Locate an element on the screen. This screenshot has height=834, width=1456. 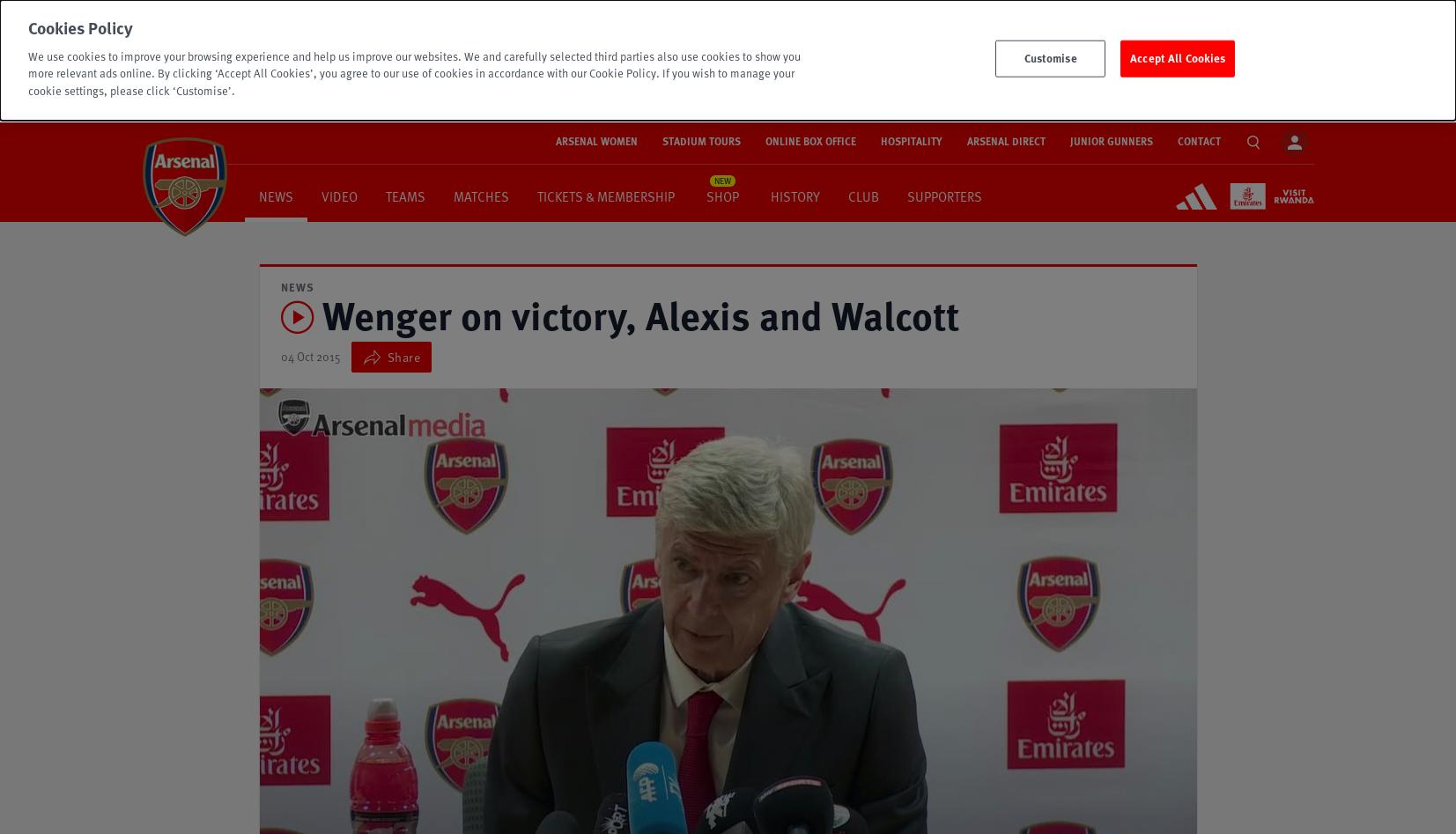
'Online Box Office' is located at coordinates (809, 140).